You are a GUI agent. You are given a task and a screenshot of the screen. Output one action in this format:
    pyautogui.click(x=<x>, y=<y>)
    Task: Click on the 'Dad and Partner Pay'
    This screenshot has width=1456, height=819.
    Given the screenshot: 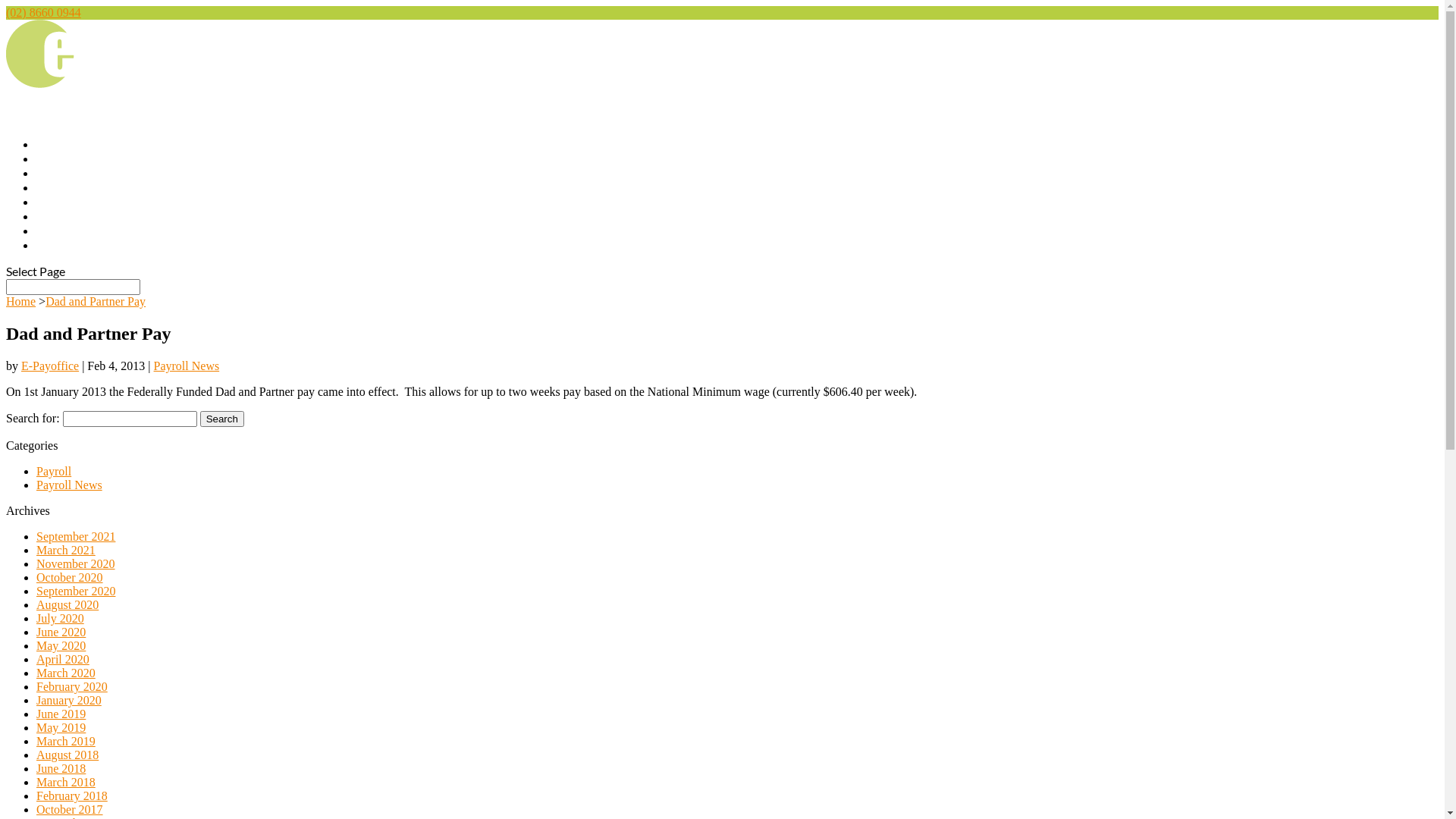 What is the action you would take?
    pyautogui.click(x=94, y=301)
    